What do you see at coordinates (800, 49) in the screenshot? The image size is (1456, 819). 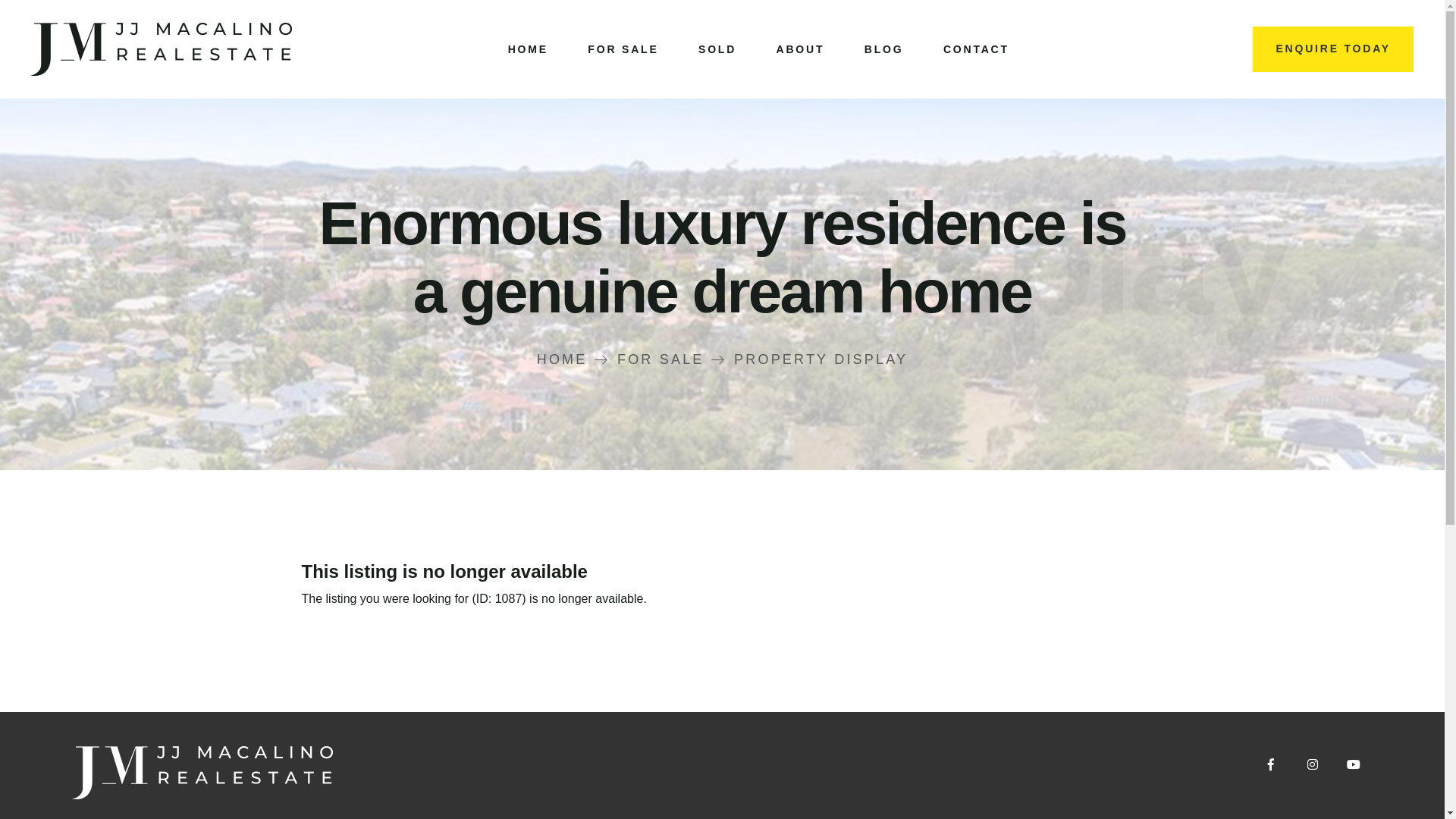 I see `'ABOUT'` at bounding box center [800, 49].